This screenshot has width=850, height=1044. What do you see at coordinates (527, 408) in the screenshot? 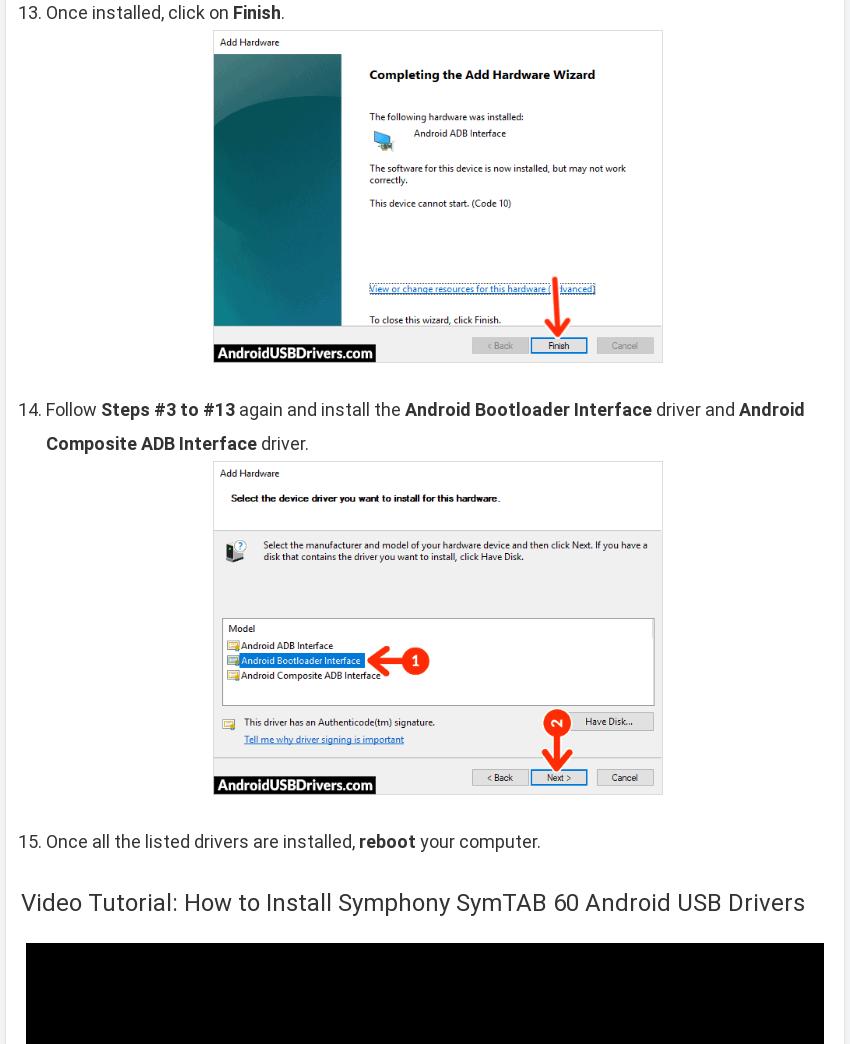
I see `'Android Bootloader Interface'` at bounding box center [527, 408].